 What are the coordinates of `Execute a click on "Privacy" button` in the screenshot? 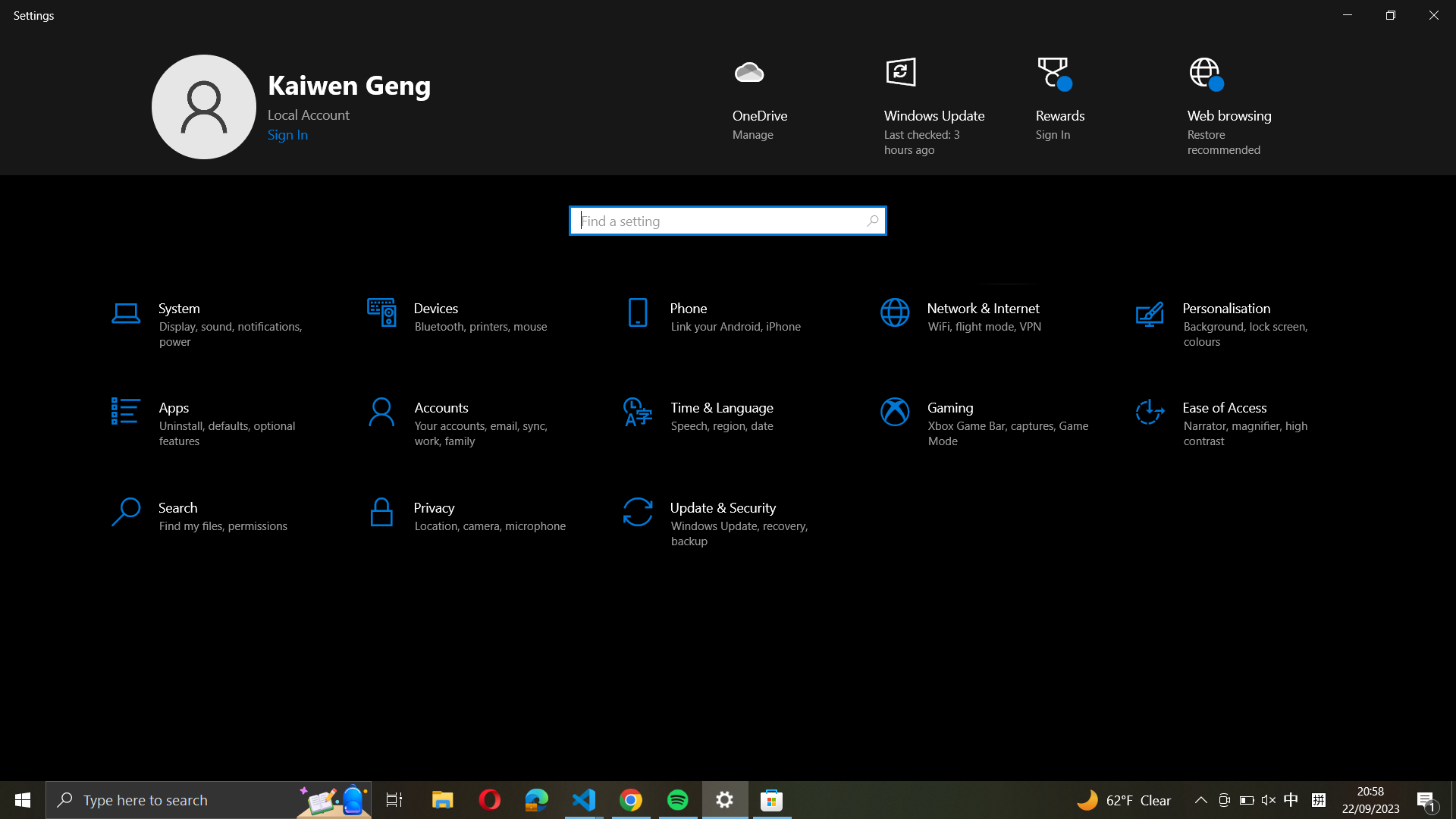 It's located at (472, 514).